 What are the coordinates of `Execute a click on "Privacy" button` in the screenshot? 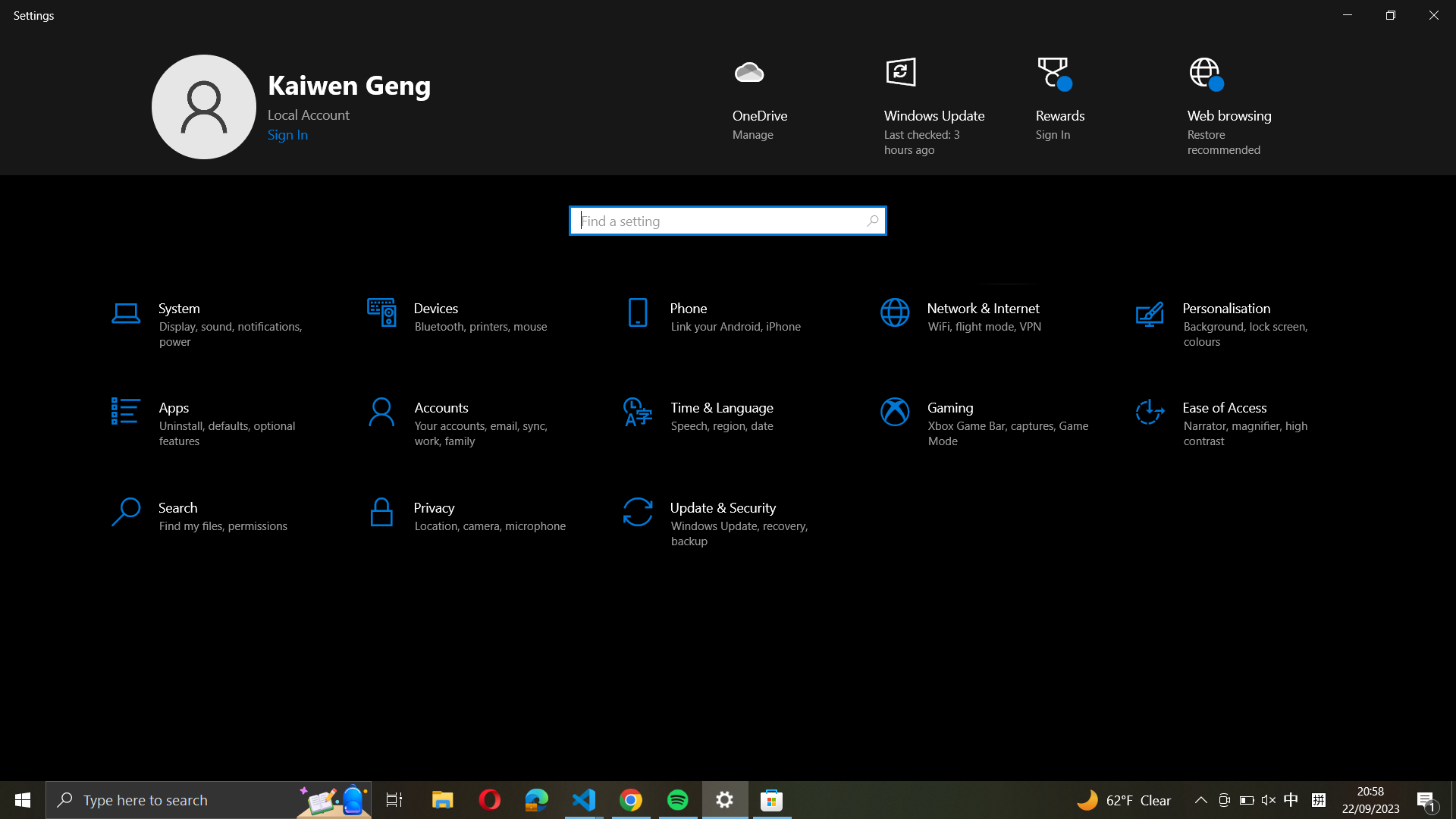 It's located at (472, 514).